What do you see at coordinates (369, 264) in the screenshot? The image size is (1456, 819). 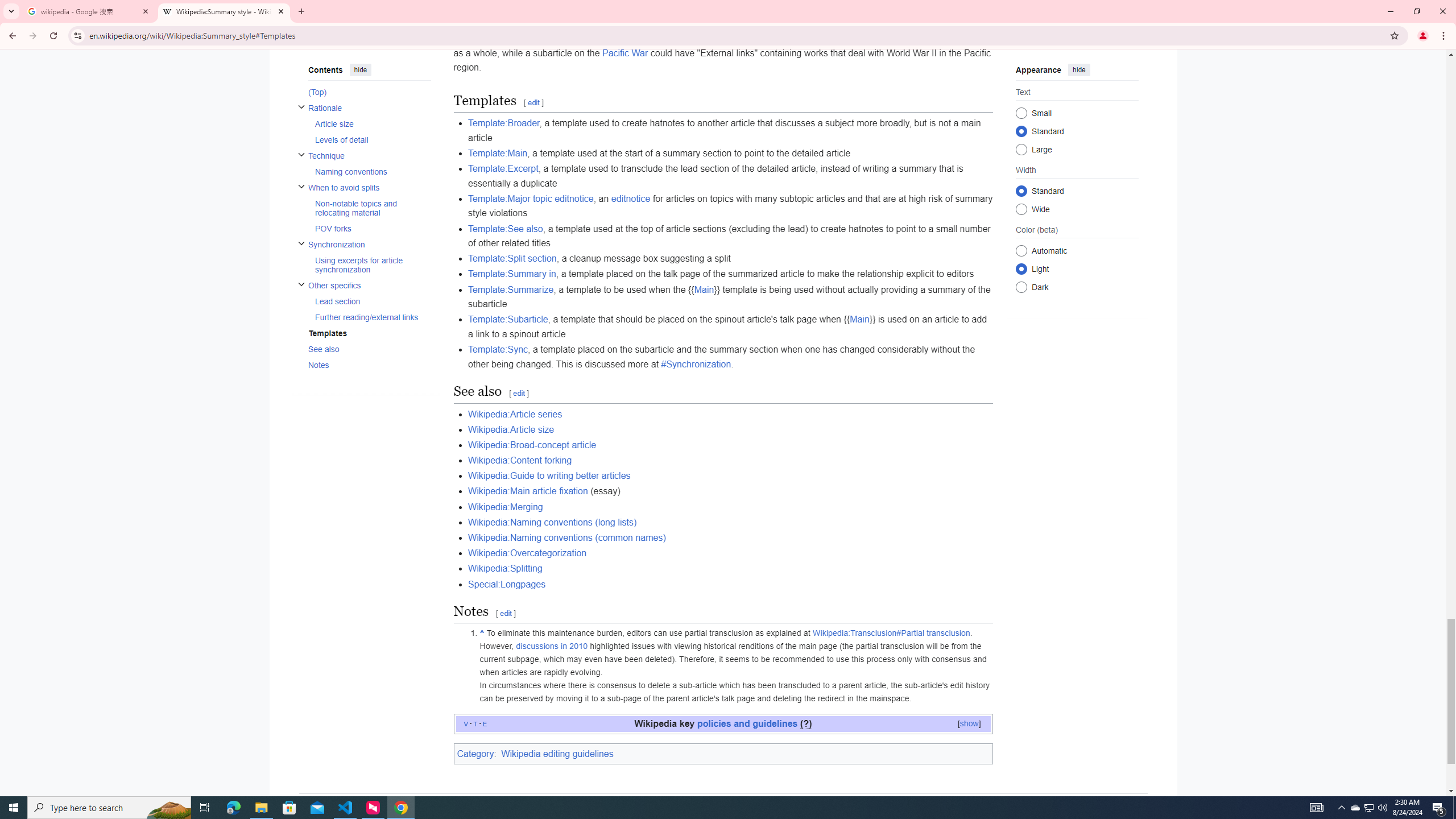 I see `'AutomationID: toc-Using_excerpts_for_article_synchronization'` at bounding box center [369, 264].